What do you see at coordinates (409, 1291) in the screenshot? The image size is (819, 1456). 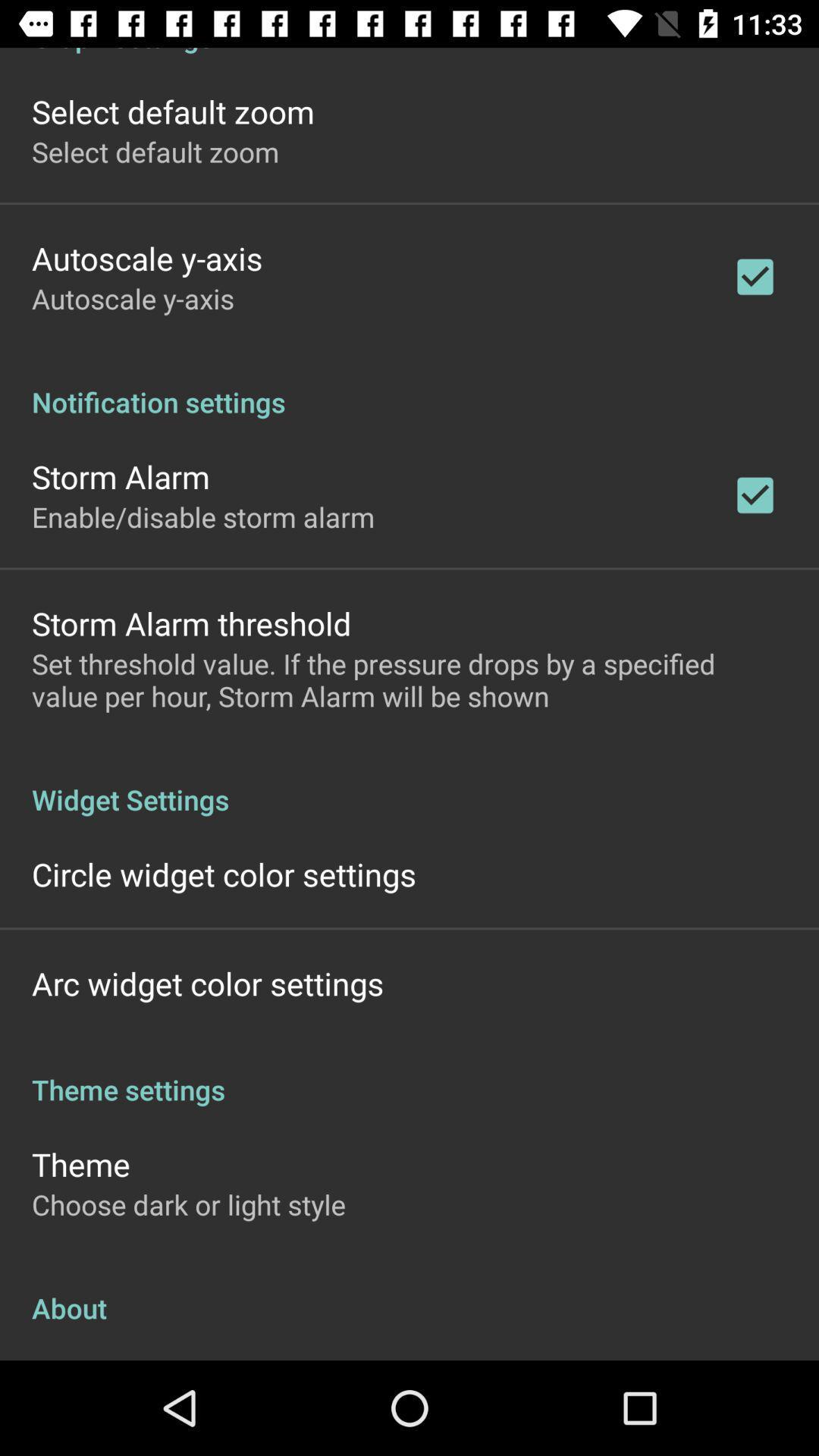 I see `the about item` at bounding box center [409, 1291].